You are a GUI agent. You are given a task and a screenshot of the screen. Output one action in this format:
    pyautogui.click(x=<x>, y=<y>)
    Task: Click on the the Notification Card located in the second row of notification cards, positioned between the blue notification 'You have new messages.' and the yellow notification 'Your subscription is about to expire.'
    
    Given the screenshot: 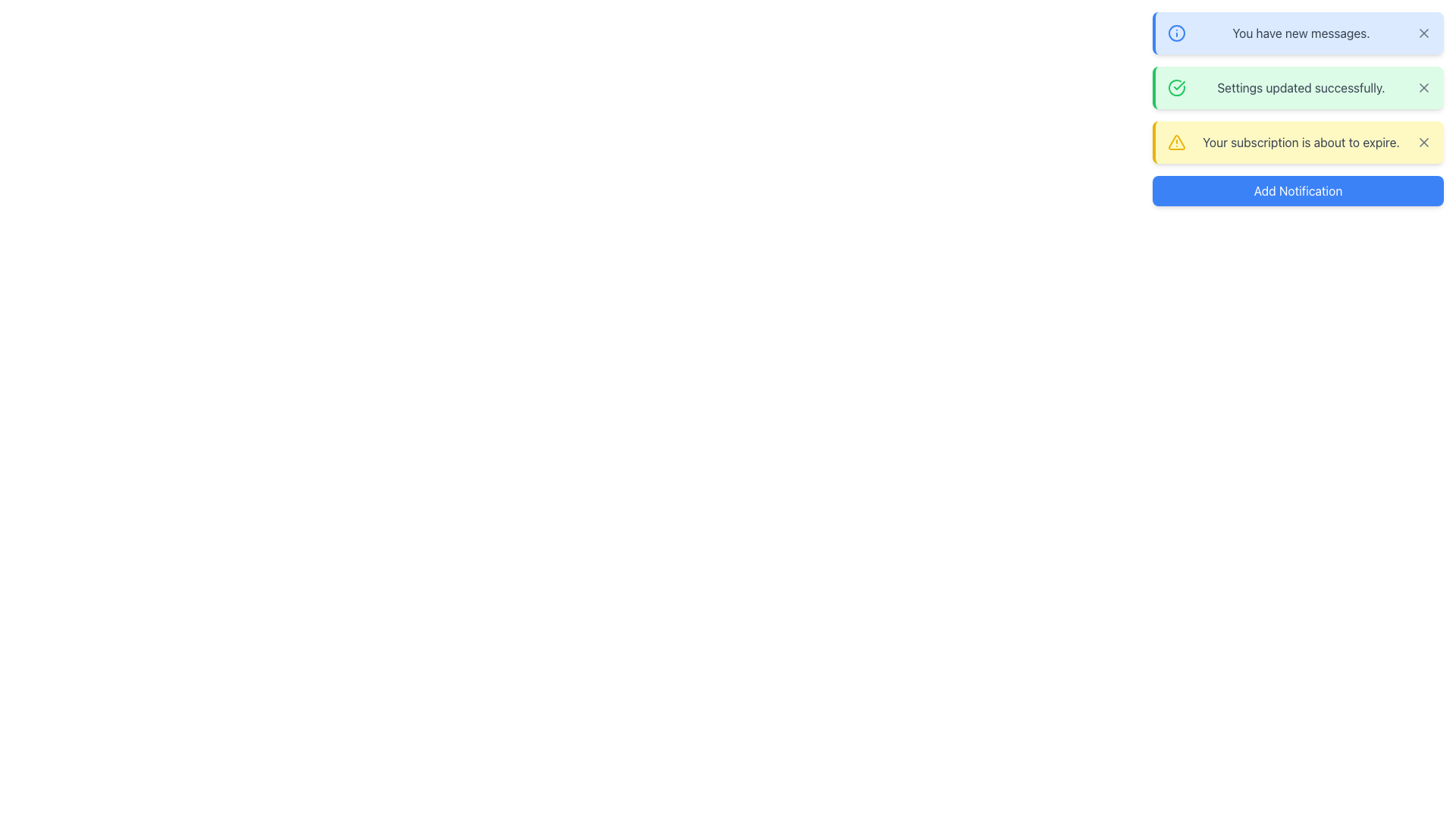 What is the action you would take?
    pyautogui.click(x=1298, y=108)
    